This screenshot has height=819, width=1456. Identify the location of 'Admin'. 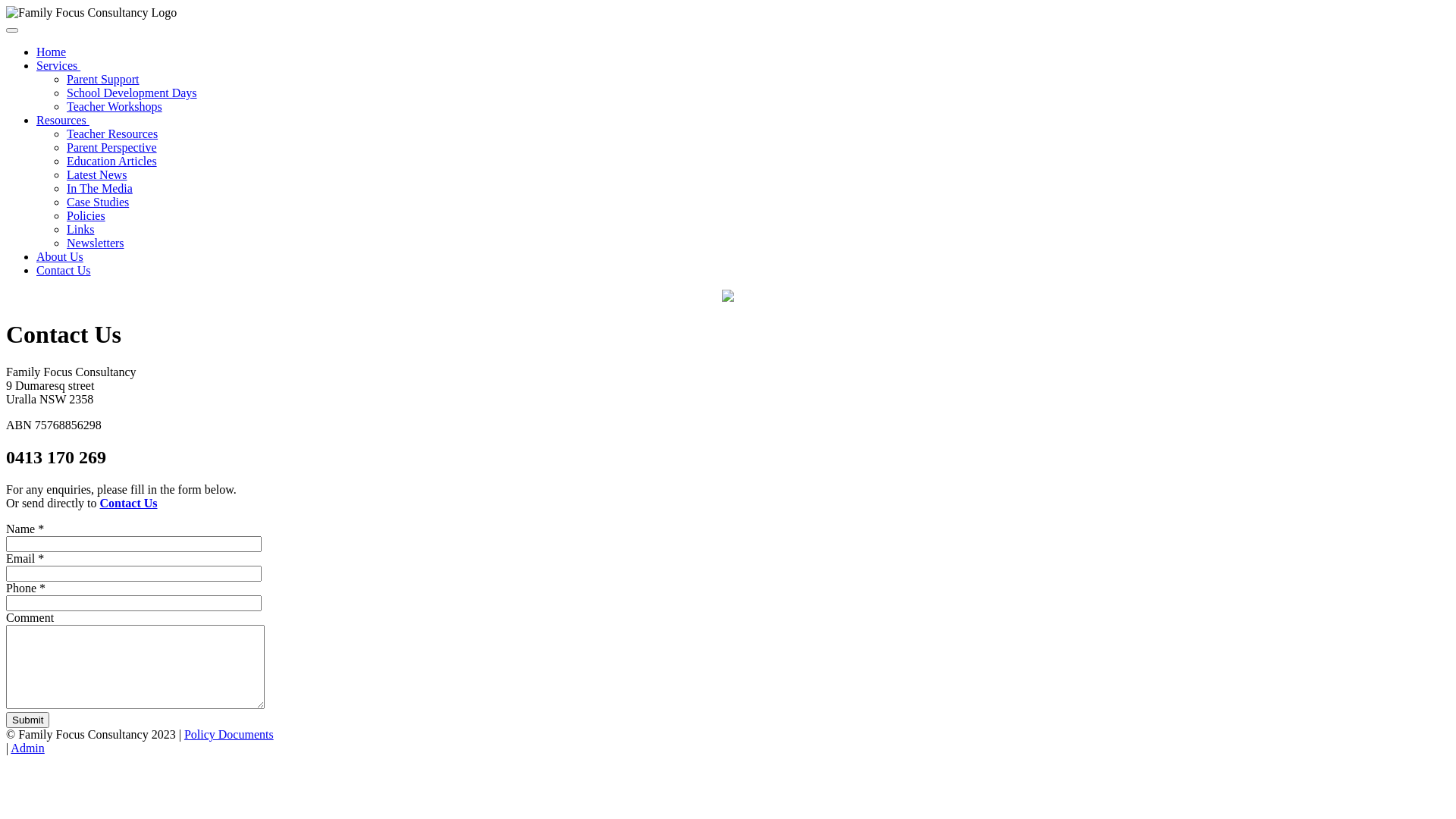
(27, 747).